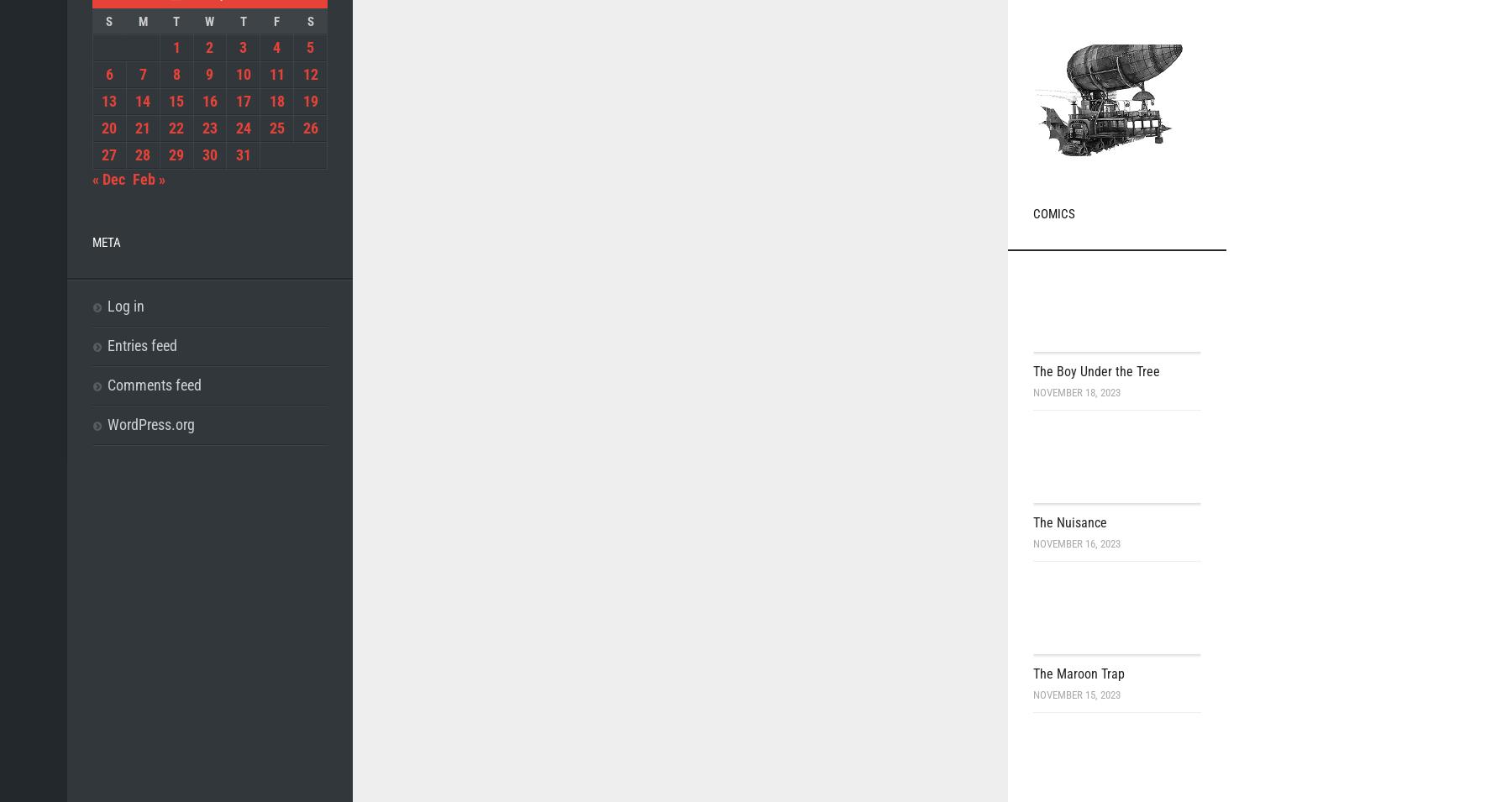  What do you see at coordinates (238, 46) in the screenshot?
I see `'3'` at bounding box center [238, 46].